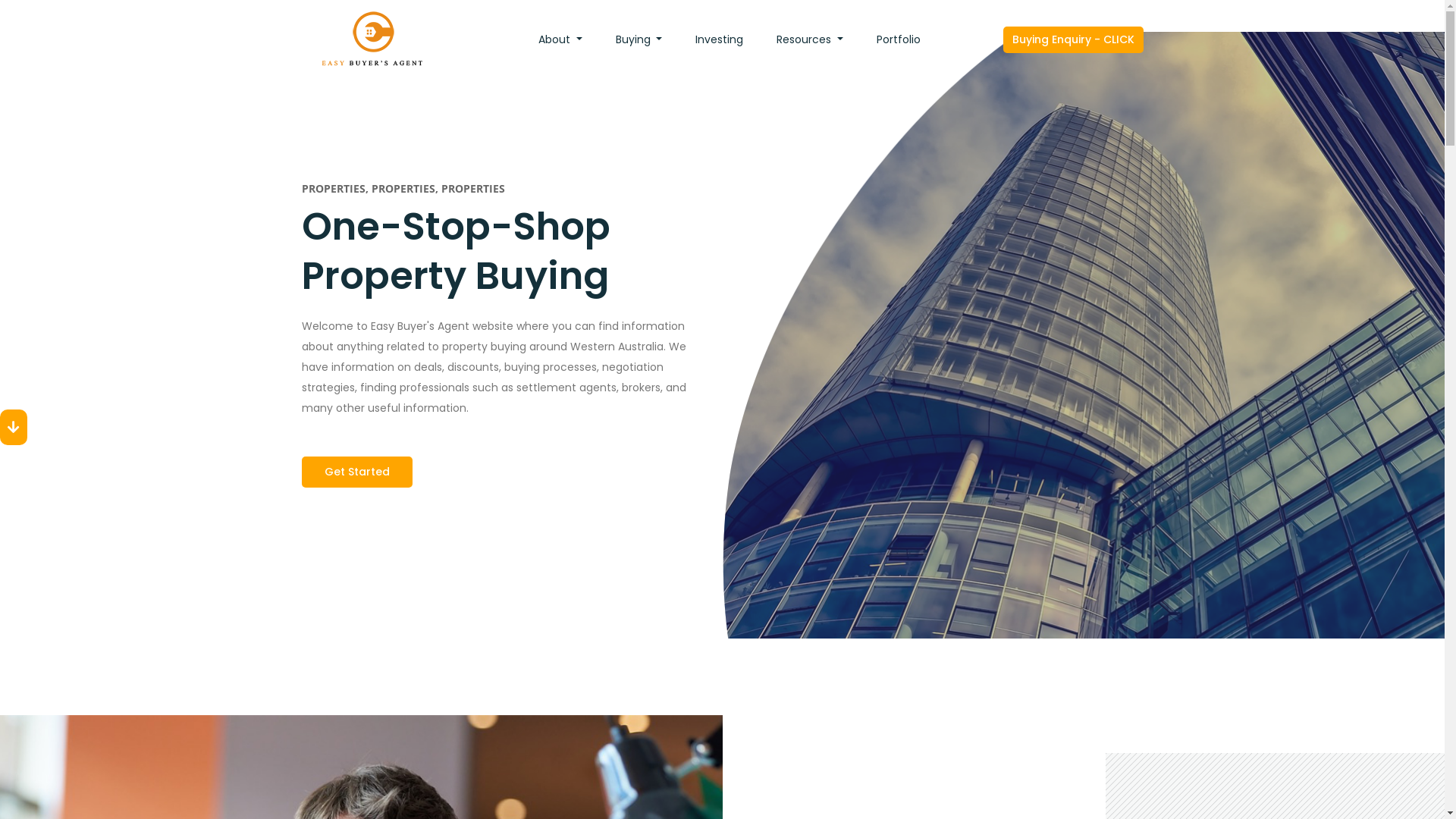 The width and height of the screenshot is (1456, 819). Describe the element at coordinates (356, 471) in the screenshot. I see `'Get Started'` at that location.